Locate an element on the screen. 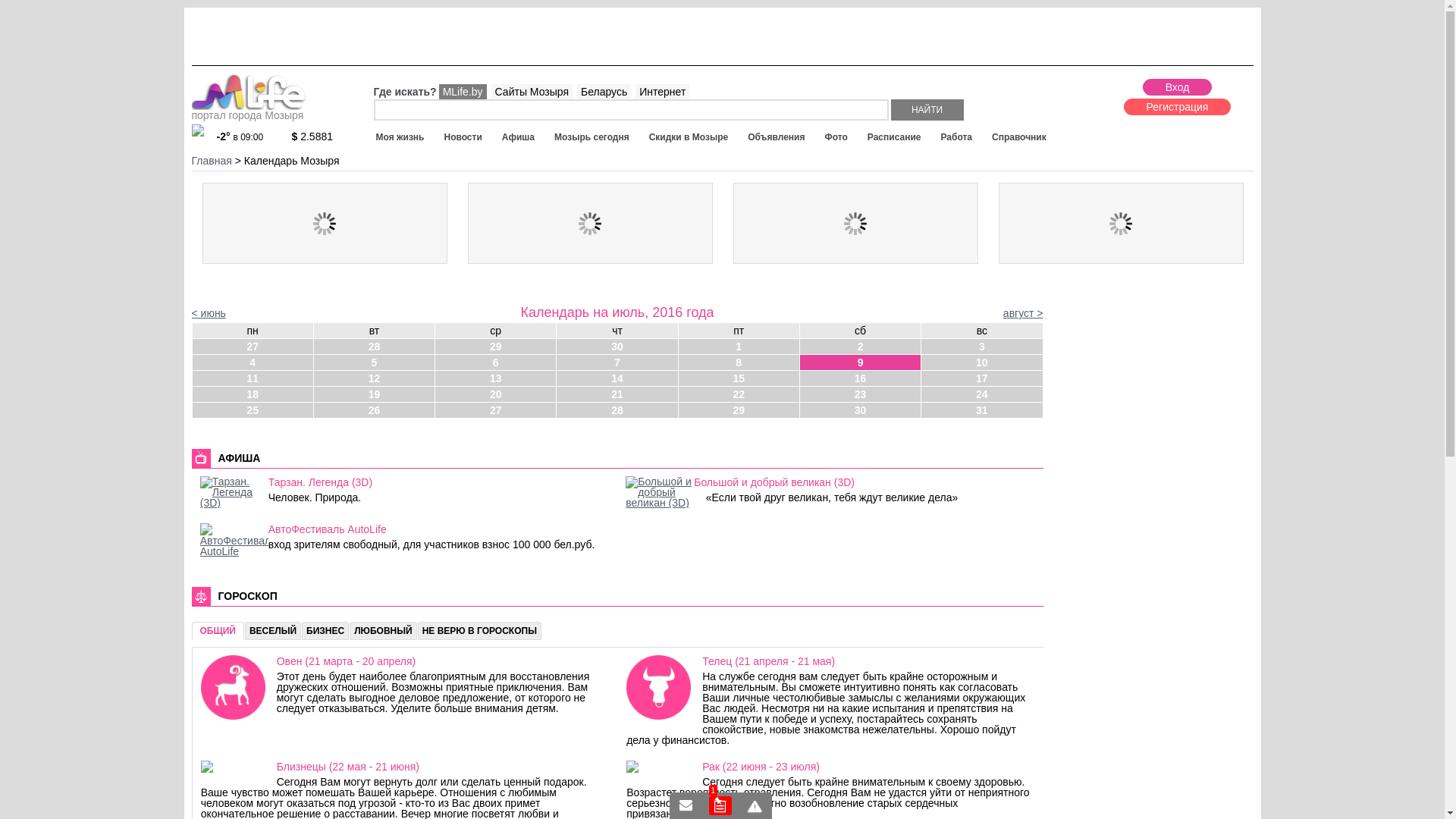 The image size is (1456, 819). '15' is located at coordinates (739, 377).